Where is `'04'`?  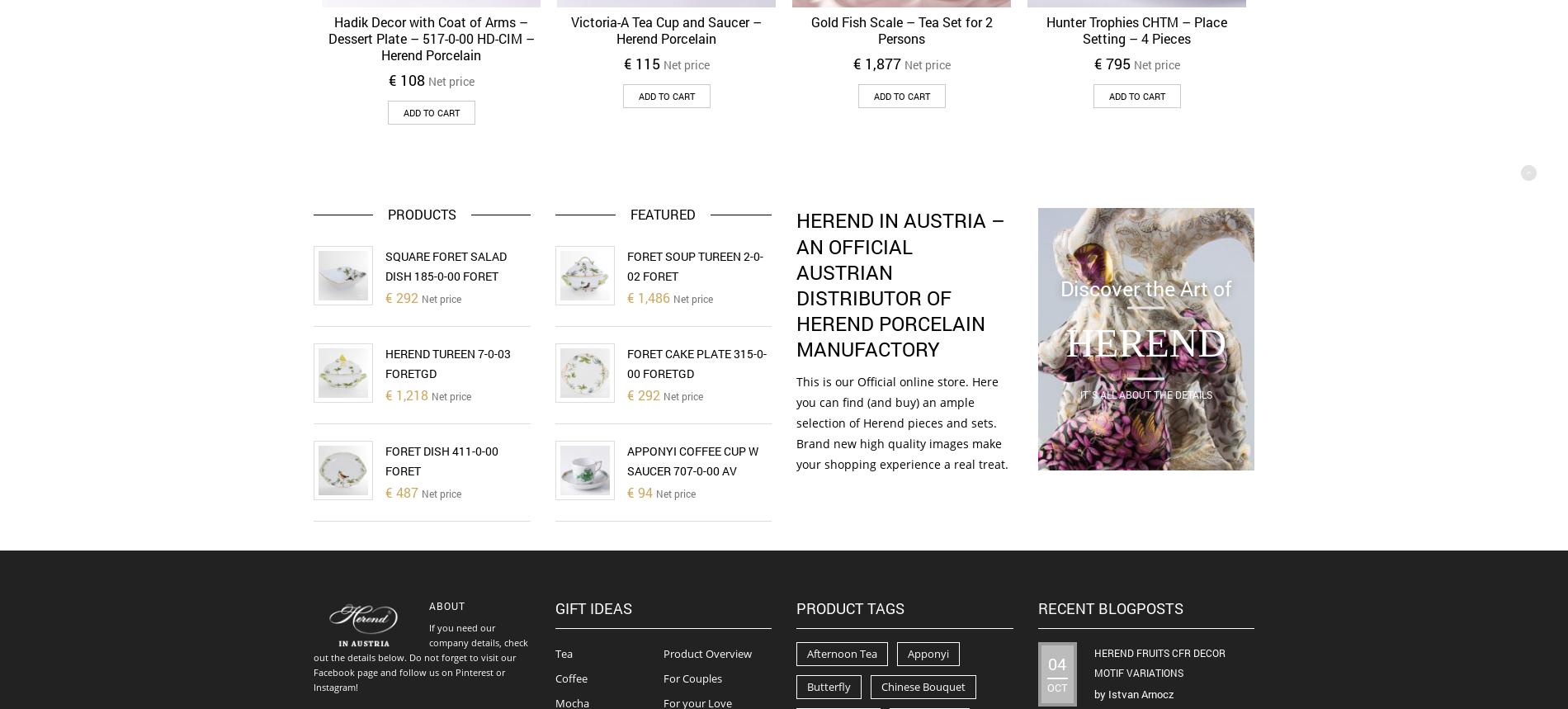 '04' is located at coordinates (1056, 664).